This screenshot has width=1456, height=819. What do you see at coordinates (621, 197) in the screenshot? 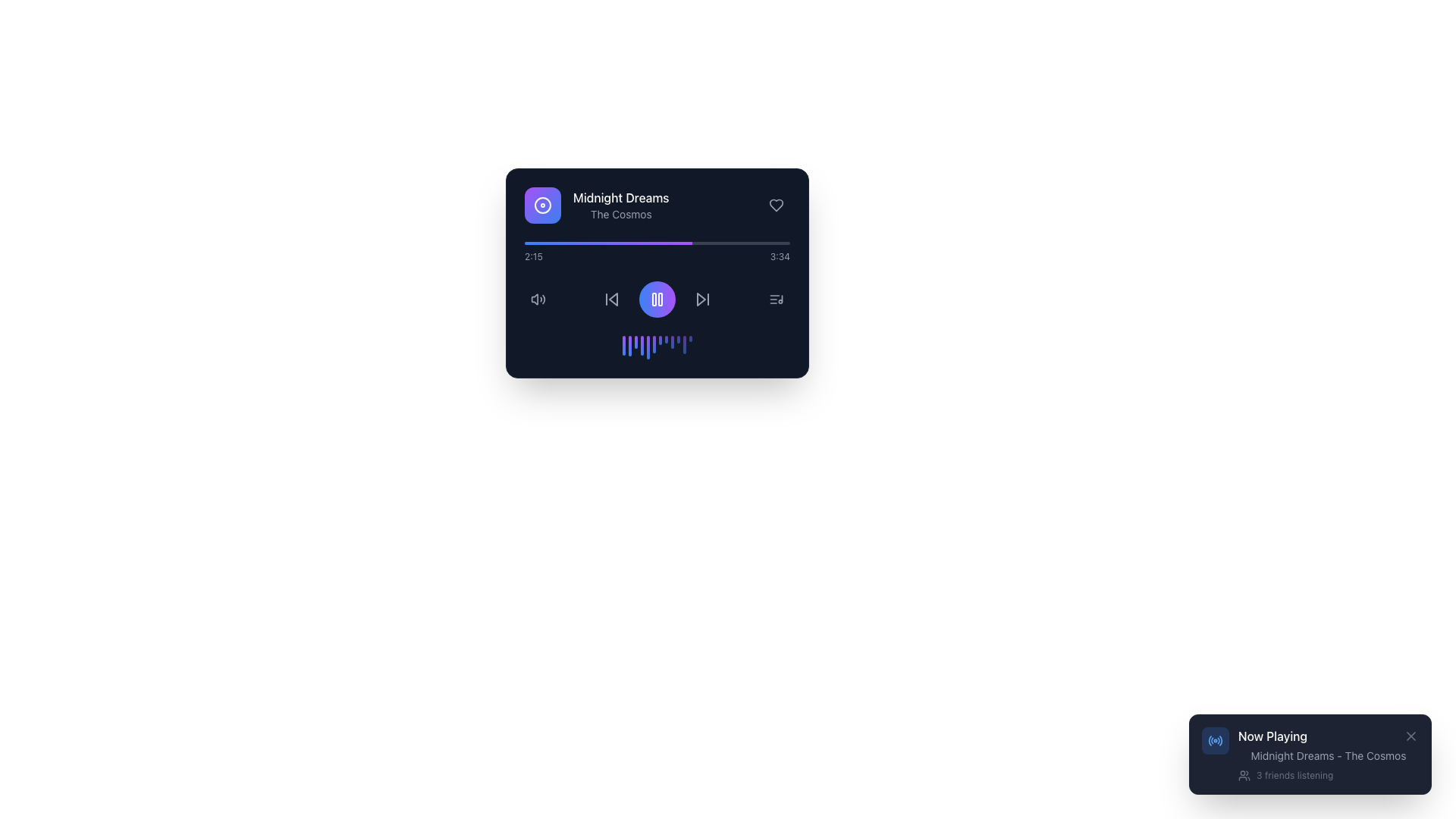
I see `text label displaying 'Midnight Dreams' in a white font, positioned above 'The Cosmos' in the music player interface` at bounding box center [621, 197].